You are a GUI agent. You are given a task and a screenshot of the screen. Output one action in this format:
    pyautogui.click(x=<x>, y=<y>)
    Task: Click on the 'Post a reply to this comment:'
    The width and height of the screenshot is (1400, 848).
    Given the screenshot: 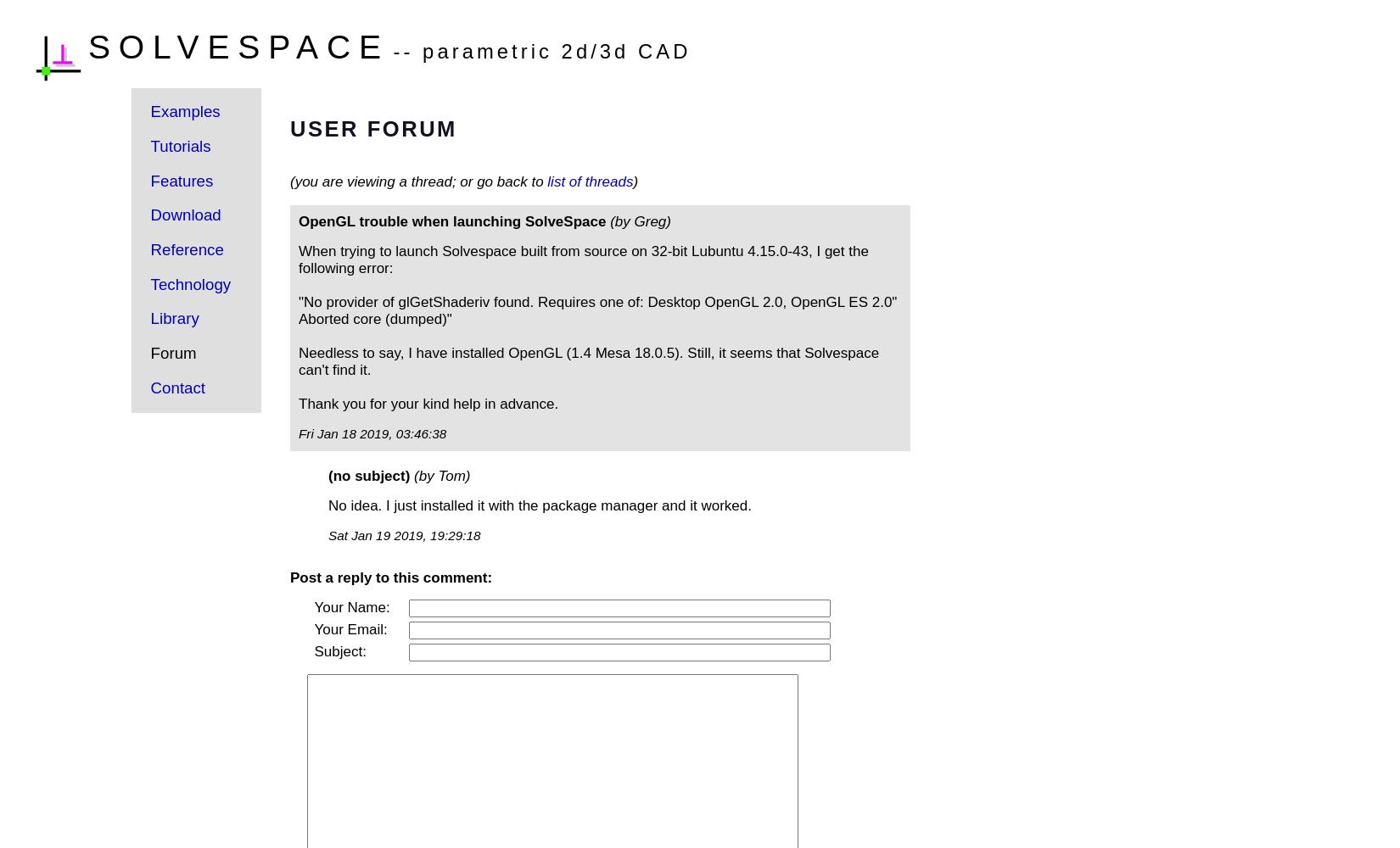 What is the action you would take?
    pyautogui.click(x=390, y=577)
    